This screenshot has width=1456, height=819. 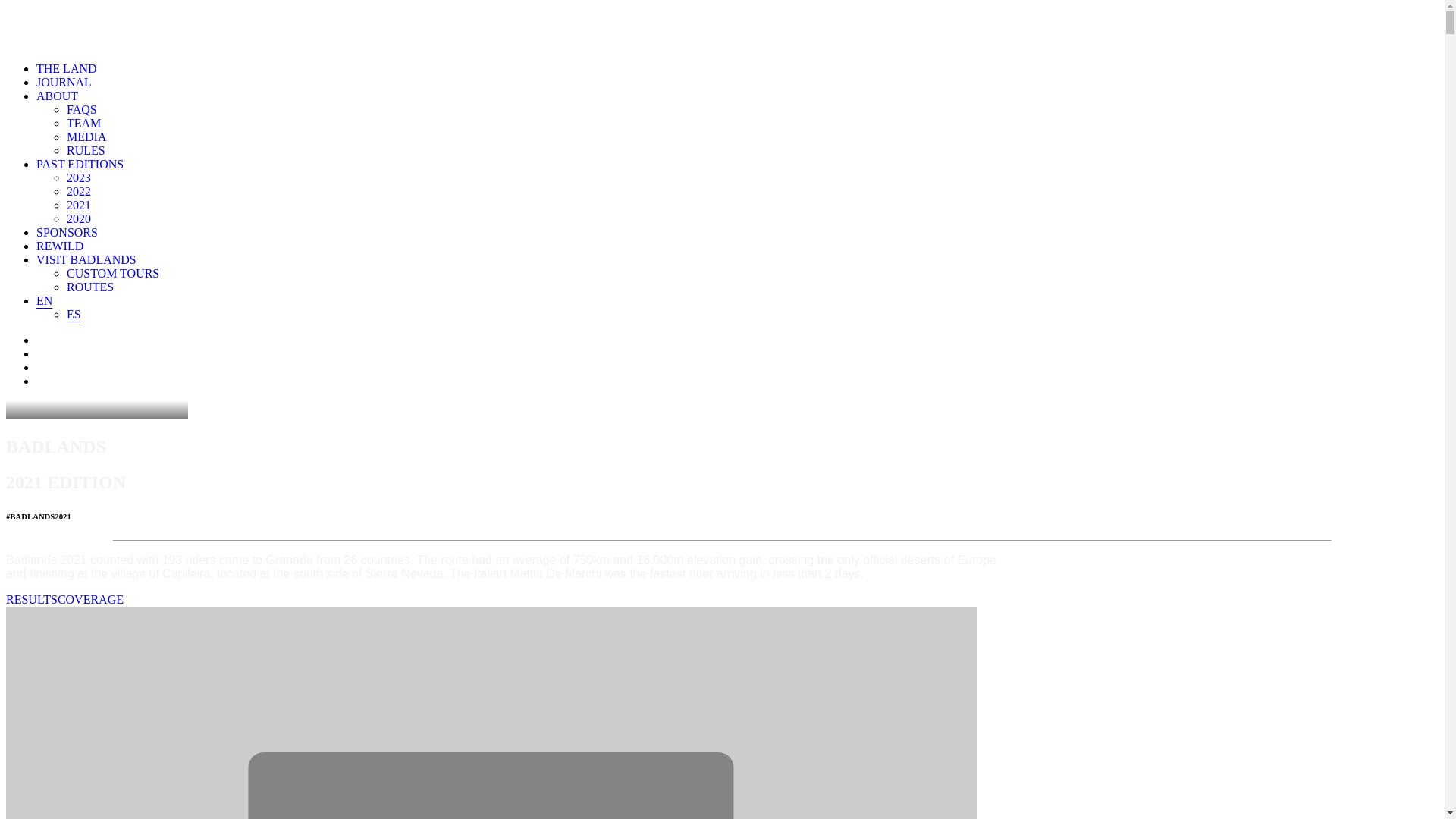 I want to click on 'MEDIA', so click(x=86, y=136).